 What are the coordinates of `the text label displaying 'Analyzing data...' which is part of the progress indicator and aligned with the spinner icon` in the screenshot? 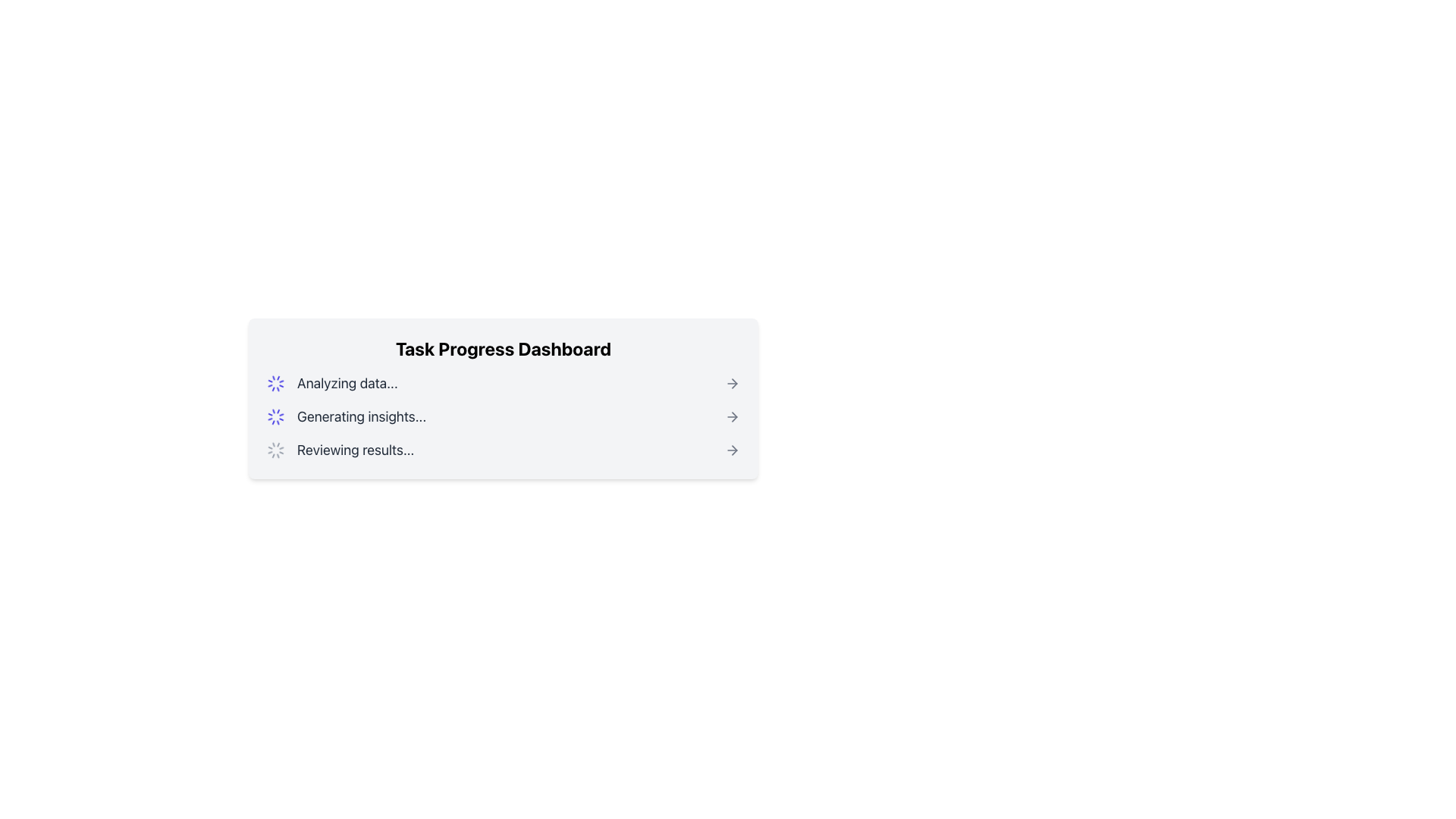 It's located at (347, 382).